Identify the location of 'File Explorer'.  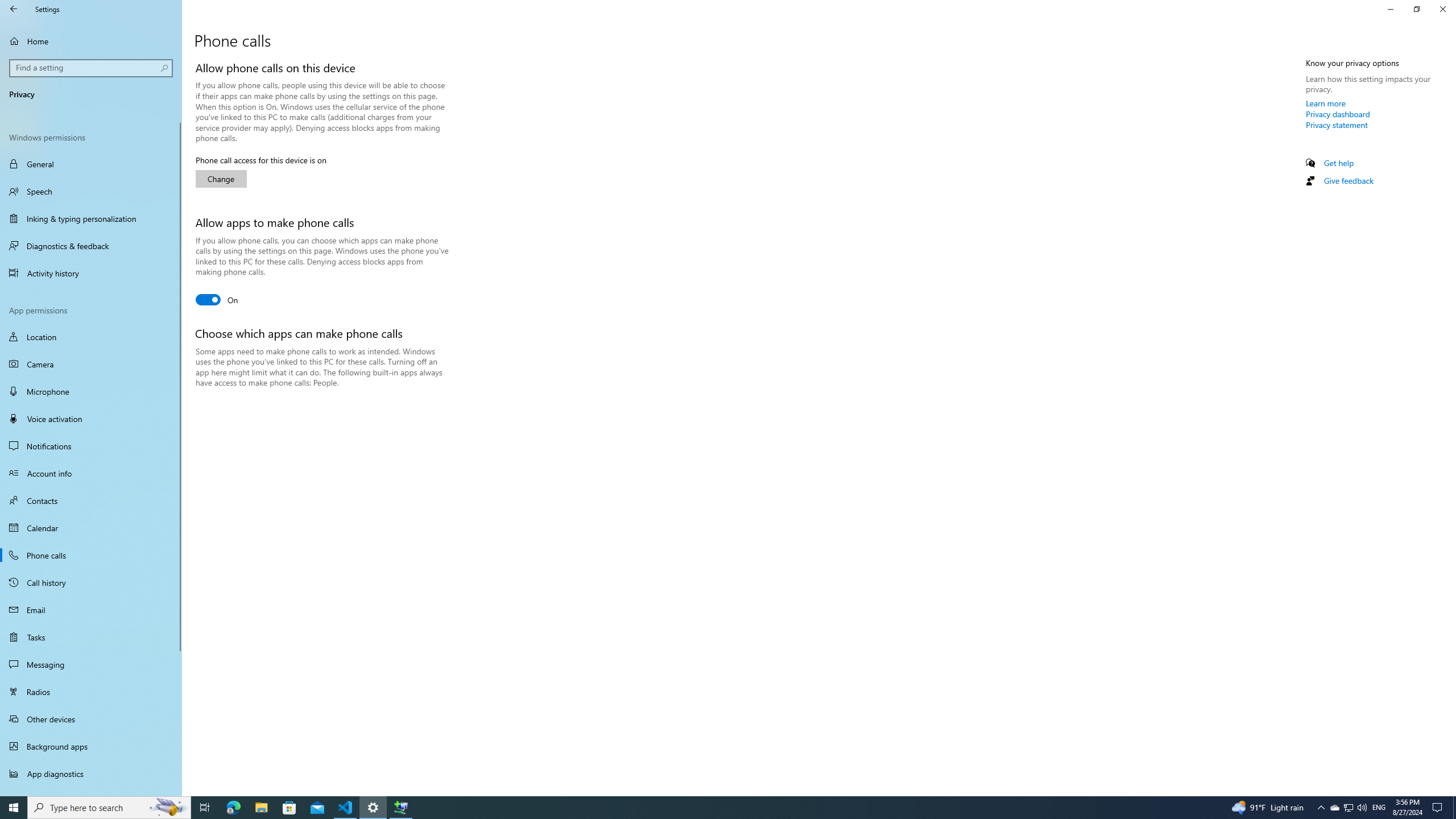
(260, 806).